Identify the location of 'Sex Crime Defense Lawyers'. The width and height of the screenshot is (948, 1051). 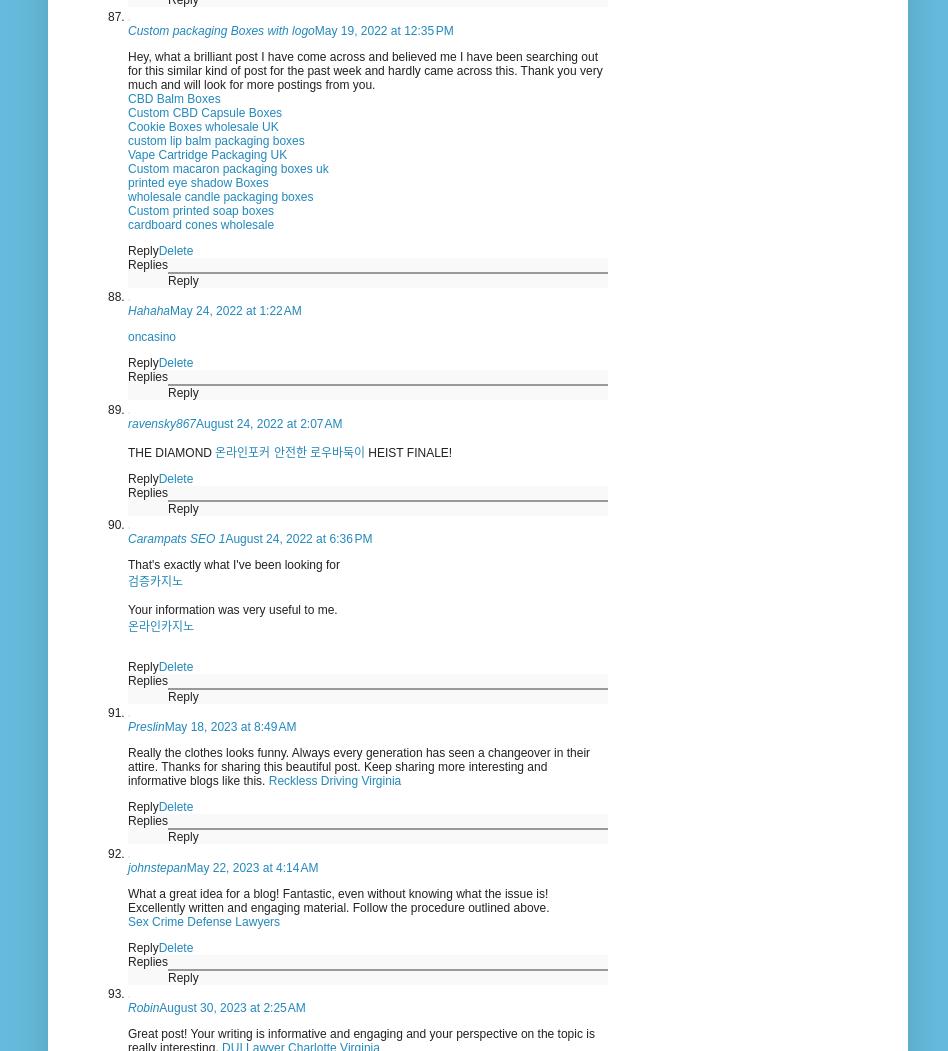
(203, 920).